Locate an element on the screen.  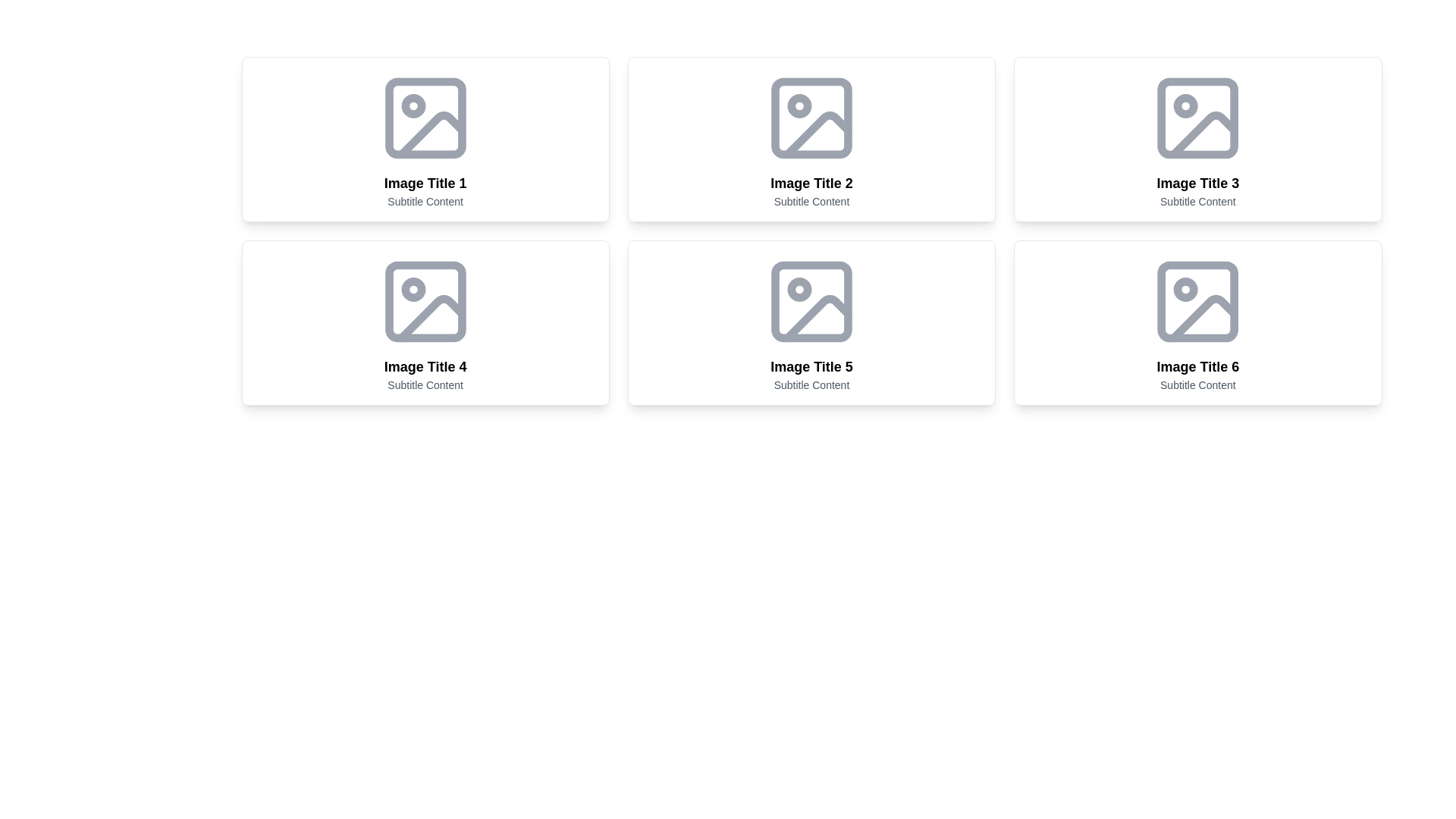
the top-left card in a 3-column grid layout, which features an image placeholder, bold text 'Image Title 1', and subtitle 'Subtitle Content' is located at coordinates (425, 140).